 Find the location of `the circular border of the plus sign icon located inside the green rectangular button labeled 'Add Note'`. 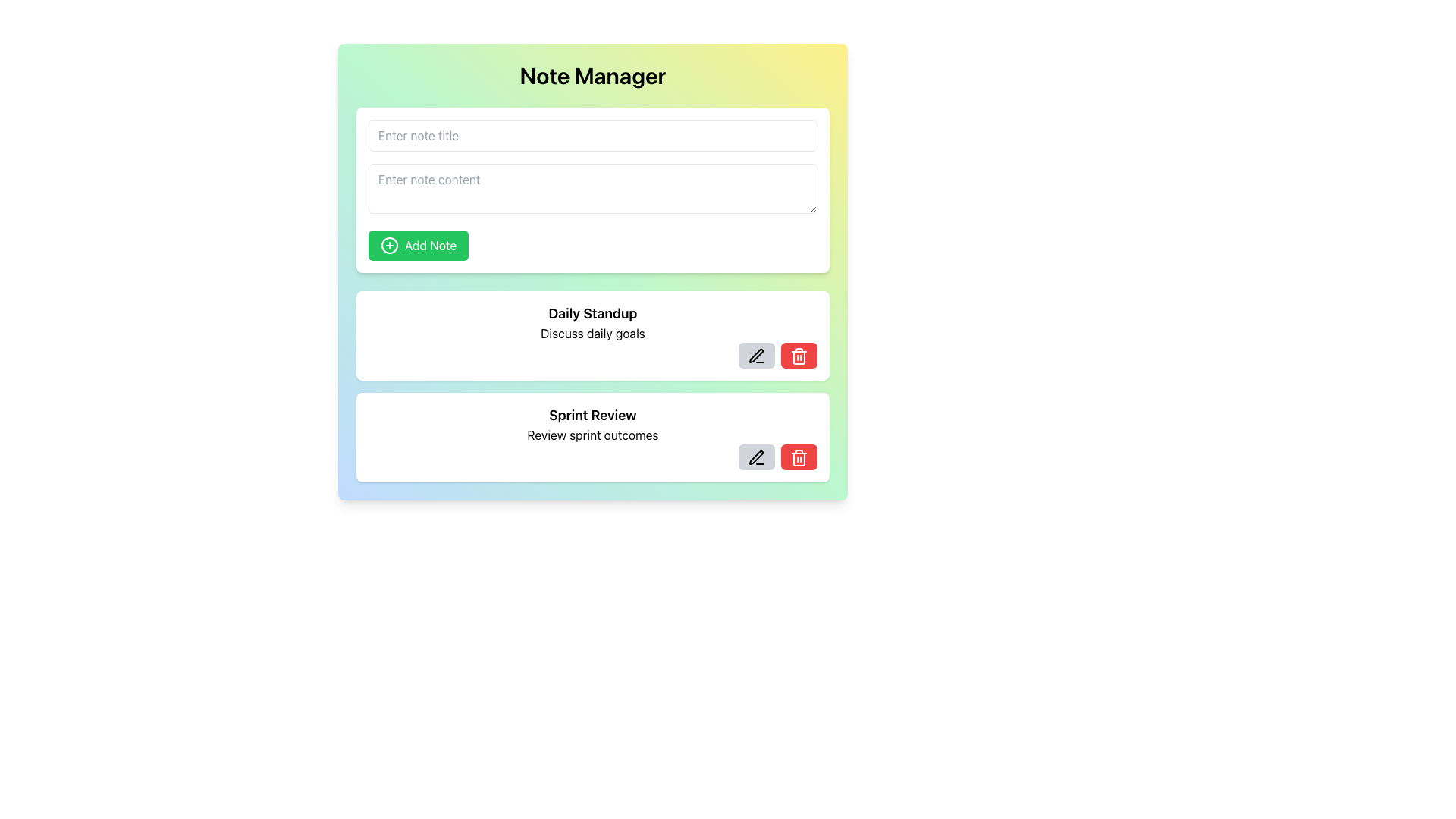

the circular border of the plus sign icon located inside the green rectangular button labeled 'Add Note' is located at coordinates (389, 245).